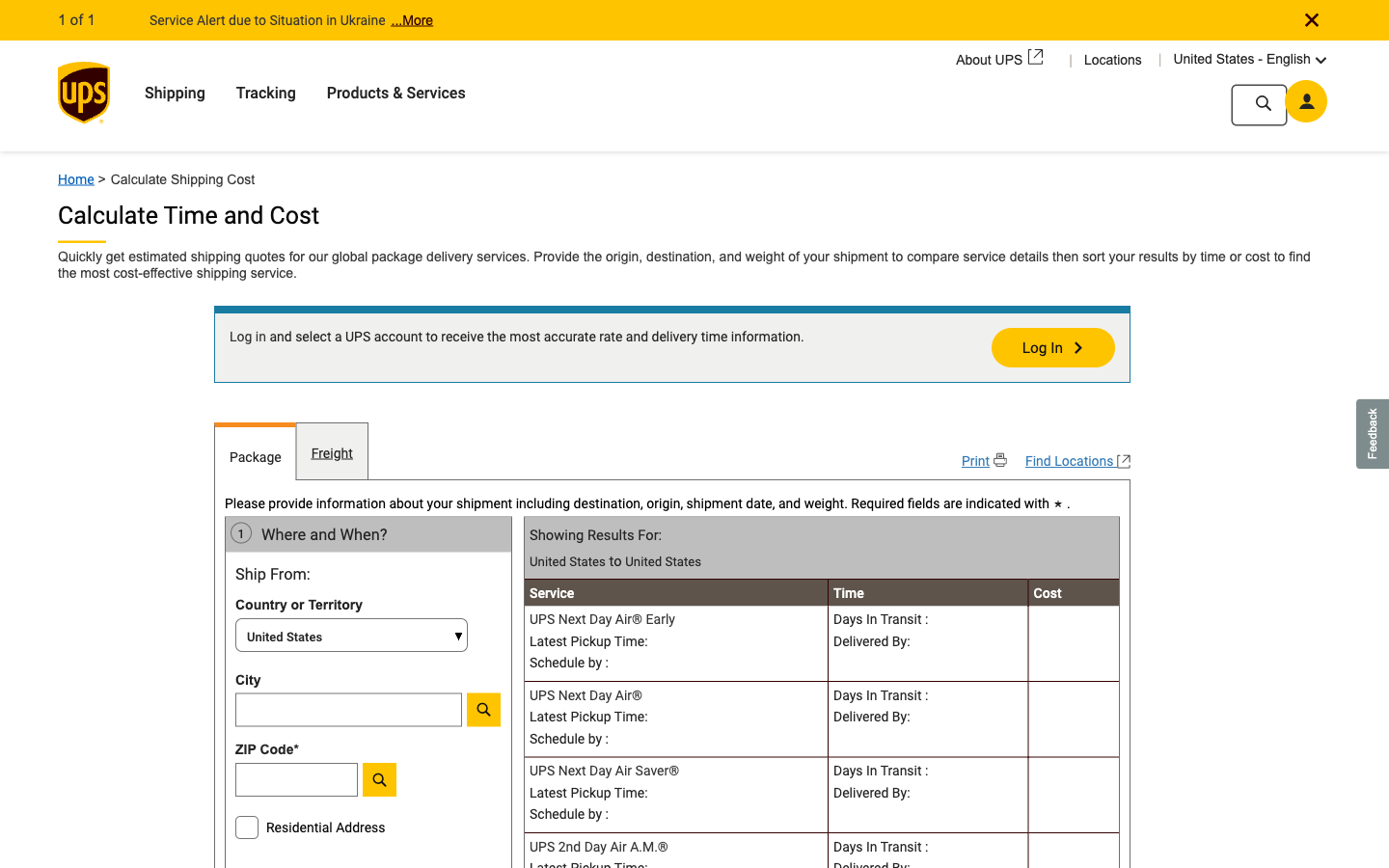  I want to click on Use the copied Zip Code to find the corresponding package, so click(347, 784).